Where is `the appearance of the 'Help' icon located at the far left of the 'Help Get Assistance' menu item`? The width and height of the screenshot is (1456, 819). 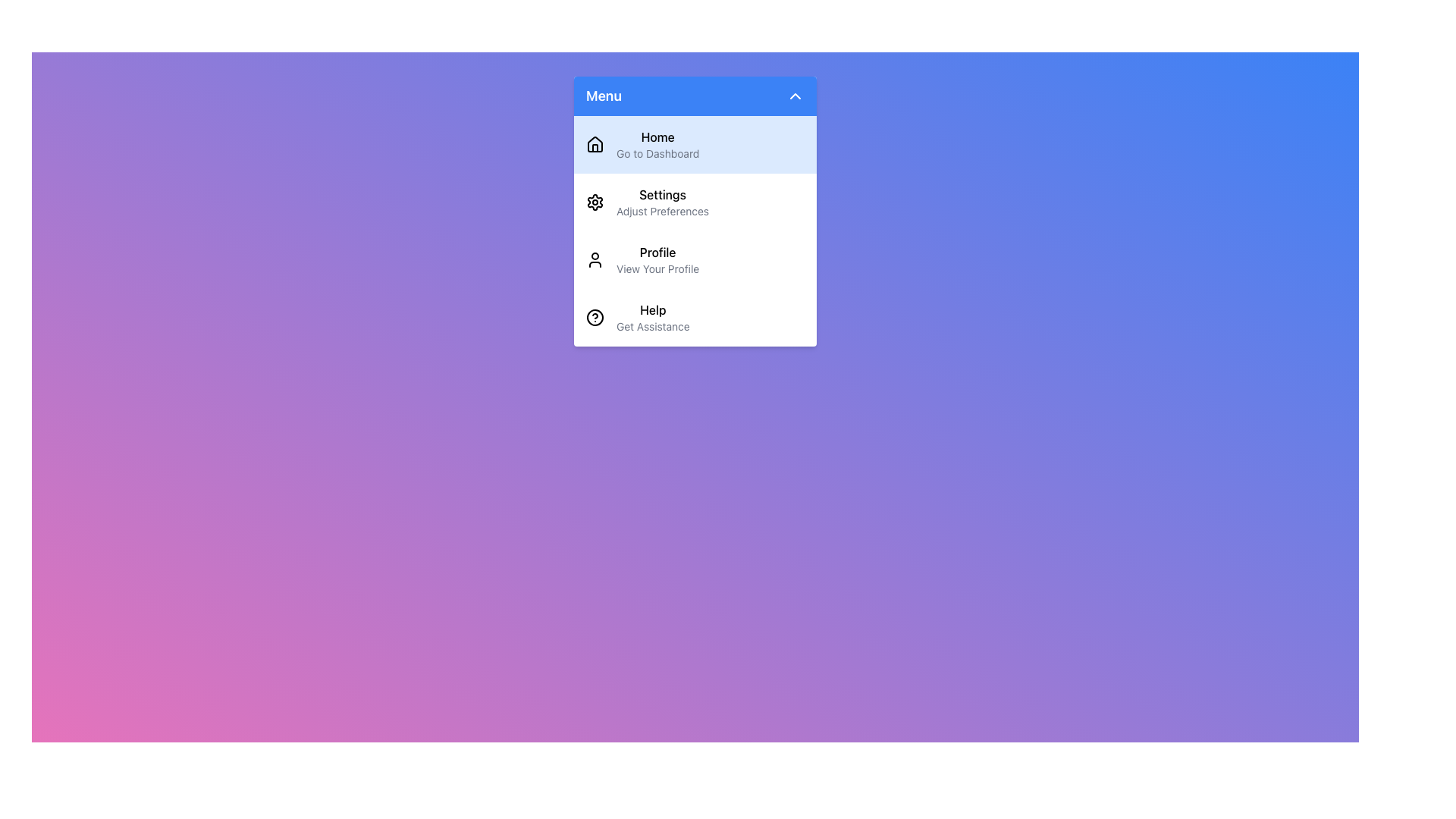
the appearance of the 'Help' icon located at the far left of the 'Help Get Assistance' menu item is located at coordinates (595, 317).